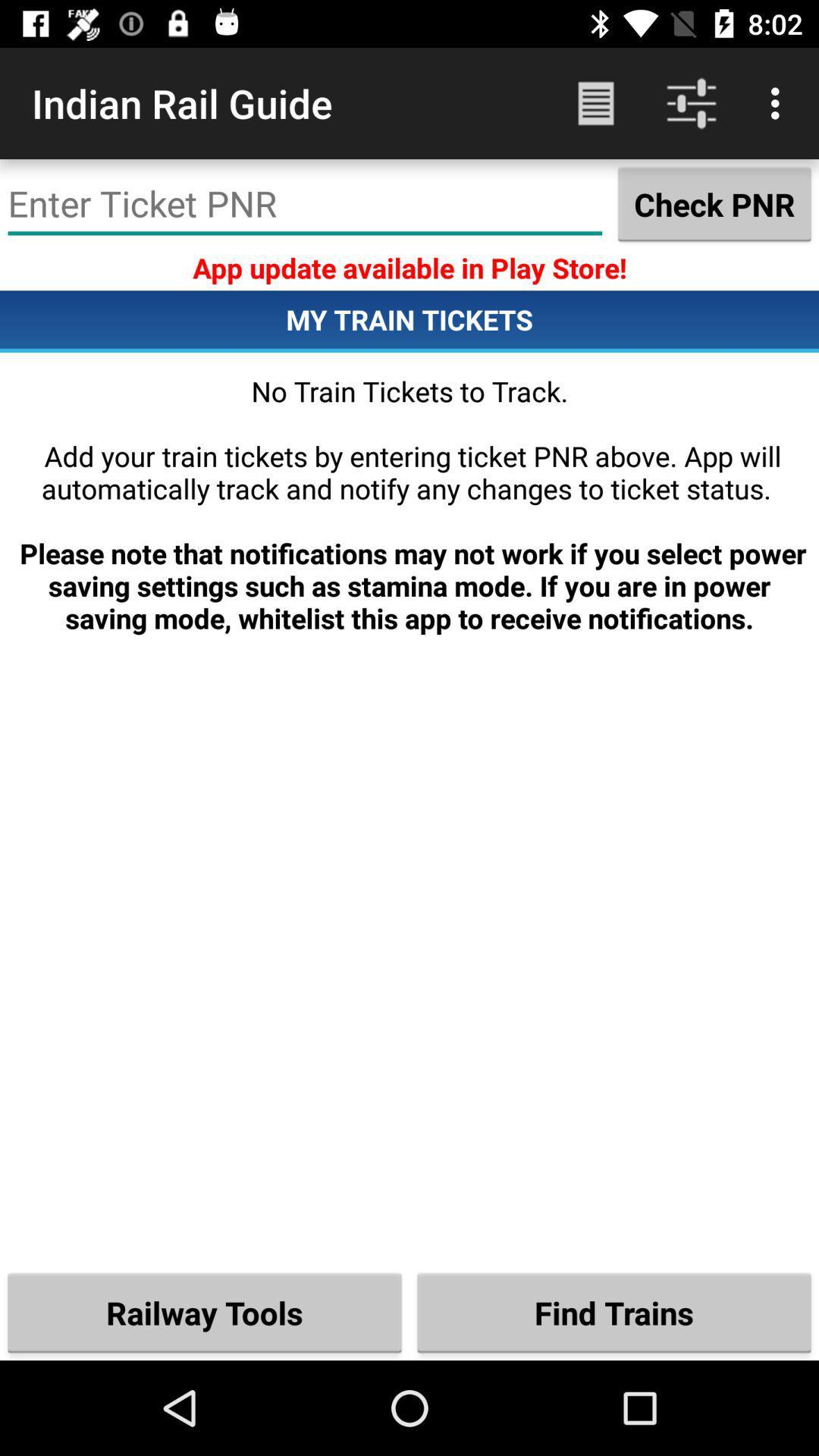  What do you see at coordinates (614, 1312) in the screenshot?
I see `the item to the right of railway tools icon` at bounding box center [614, 1312].